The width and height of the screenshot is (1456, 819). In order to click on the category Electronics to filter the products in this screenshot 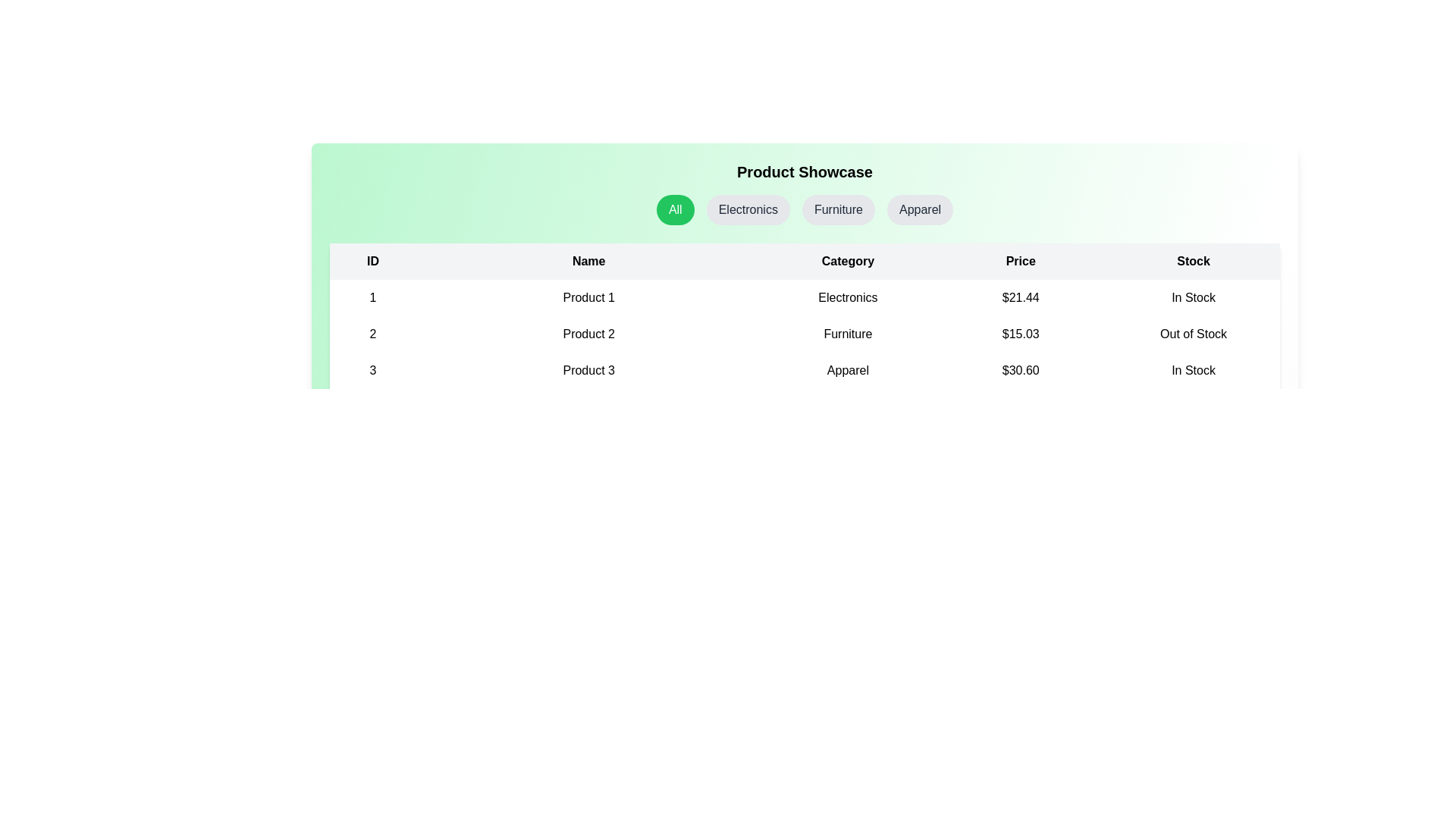, I will do `click(748, 210)`.